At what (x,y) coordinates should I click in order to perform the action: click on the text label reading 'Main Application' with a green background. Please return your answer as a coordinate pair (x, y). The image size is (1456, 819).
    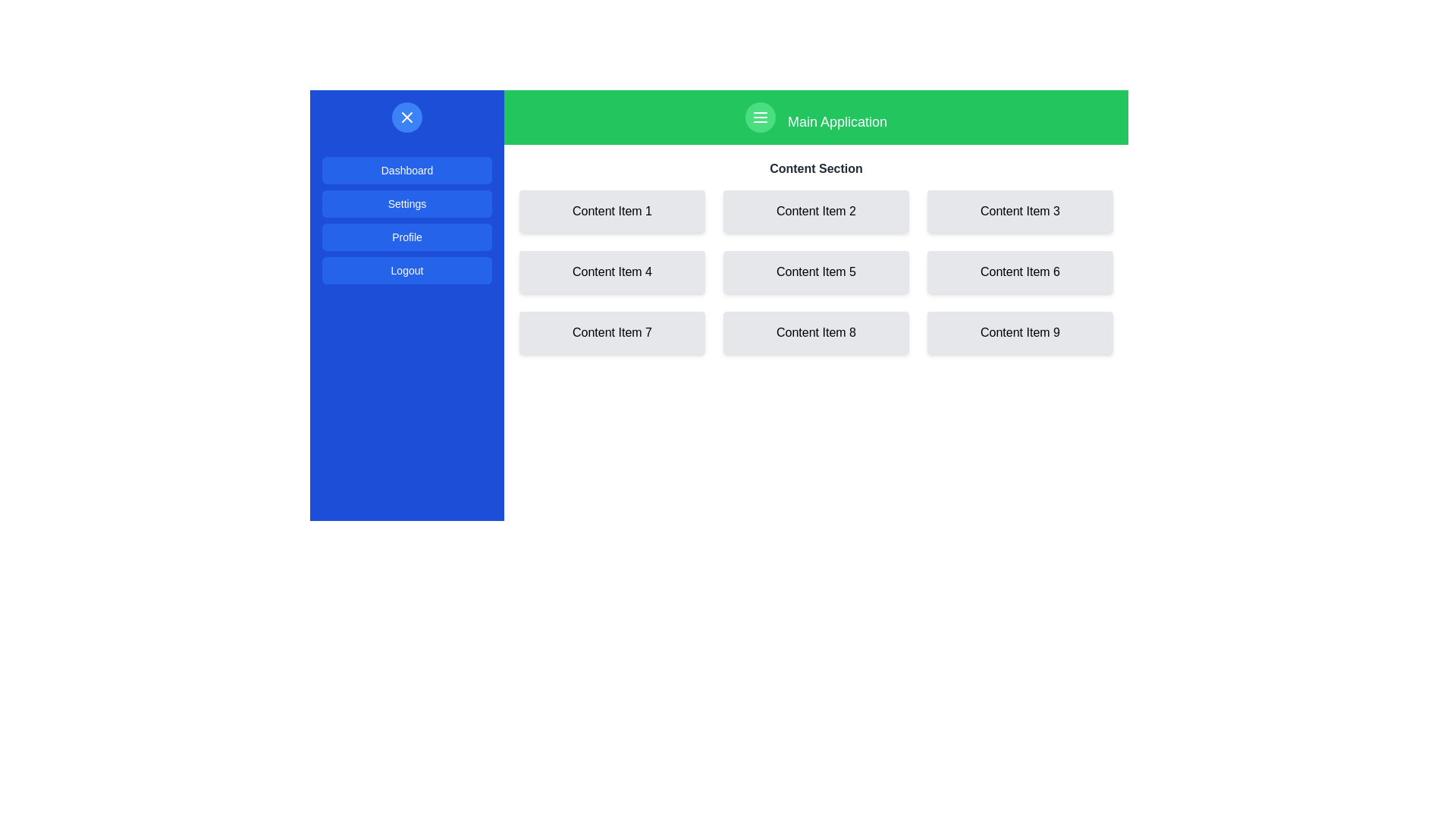
    Looking at the image, I should click on (836, 121).